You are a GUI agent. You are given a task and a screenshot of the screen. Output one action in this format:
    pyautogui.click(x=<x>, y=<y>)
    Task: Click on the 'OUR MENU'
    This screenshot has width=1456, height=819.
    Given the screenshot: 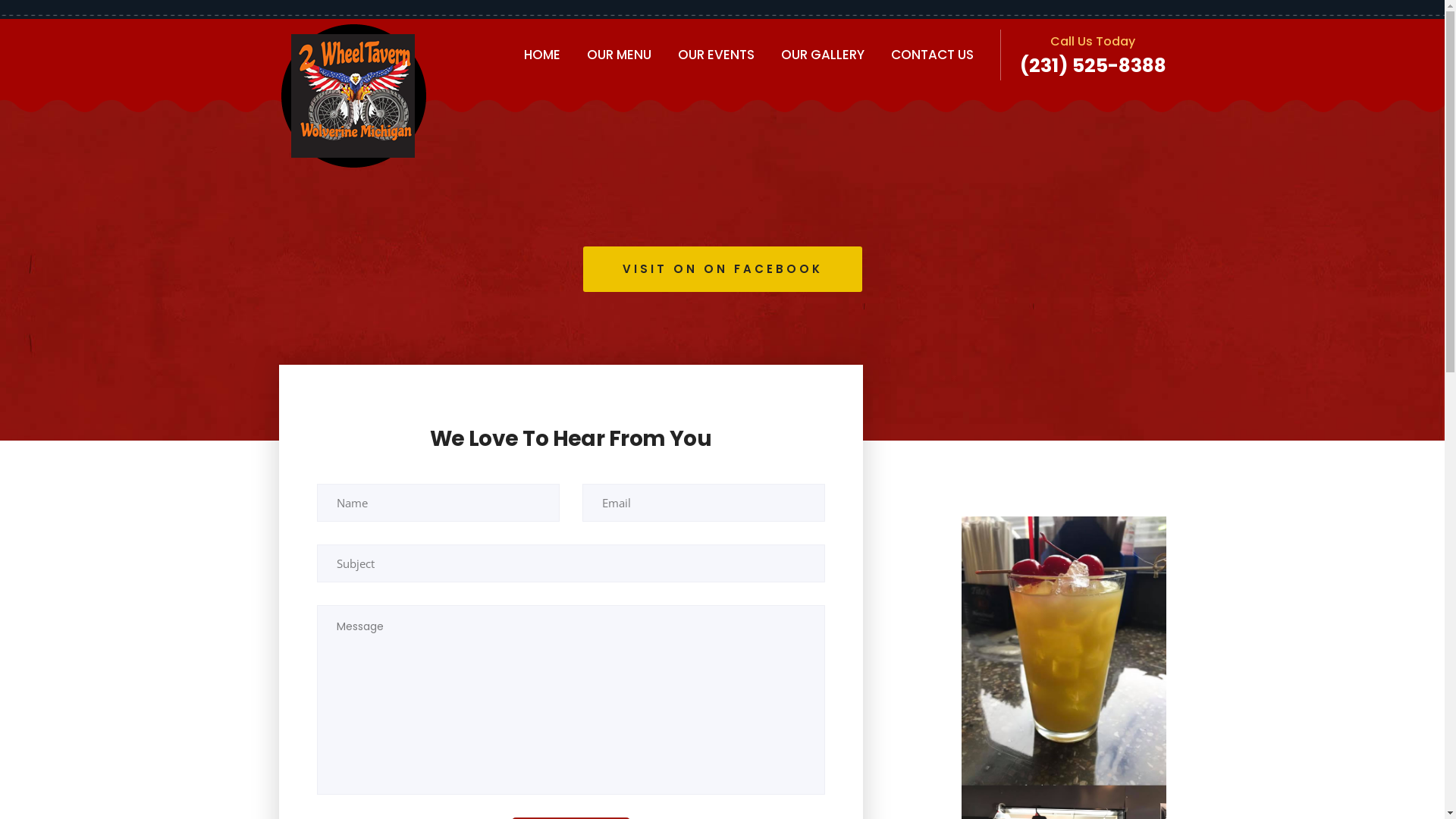 What is the action you would take?
    pyautogui.click(x=619, y=54)
    